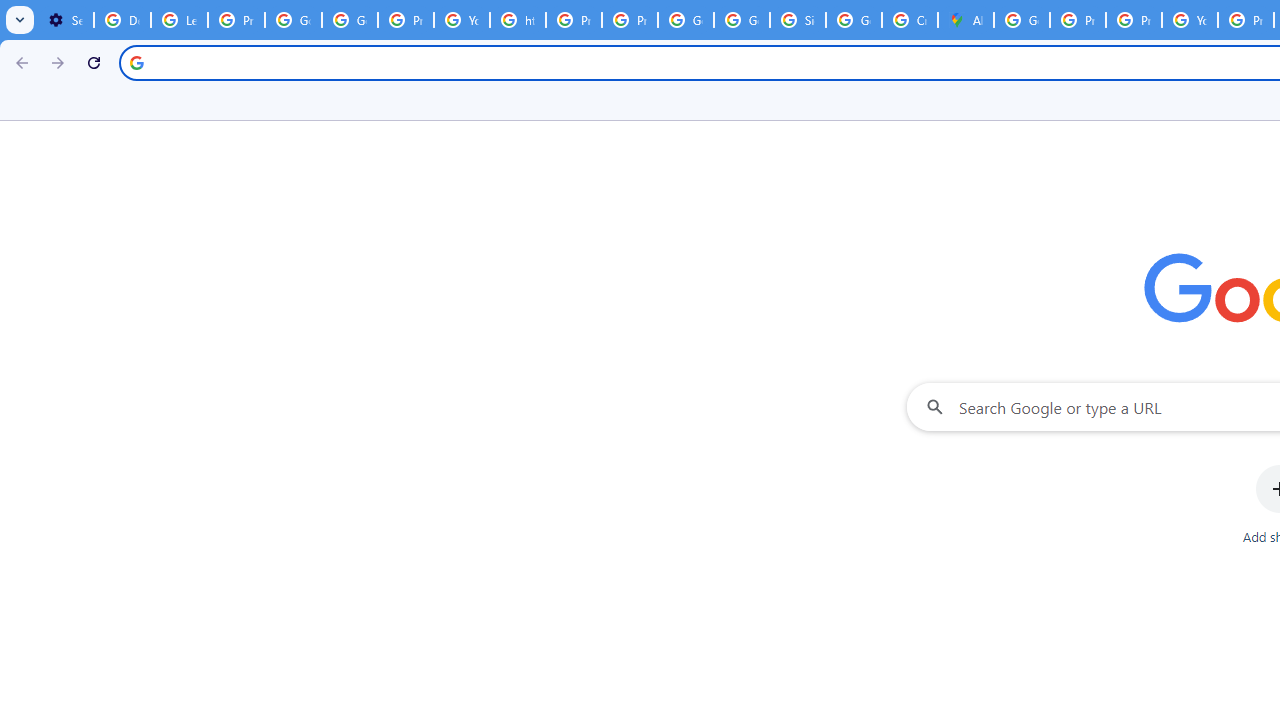  Describe the element at coordinates (121, 20) in the screenshot. I see `'Delete photos & videos - Computer - Google Photos Help'` at that location.